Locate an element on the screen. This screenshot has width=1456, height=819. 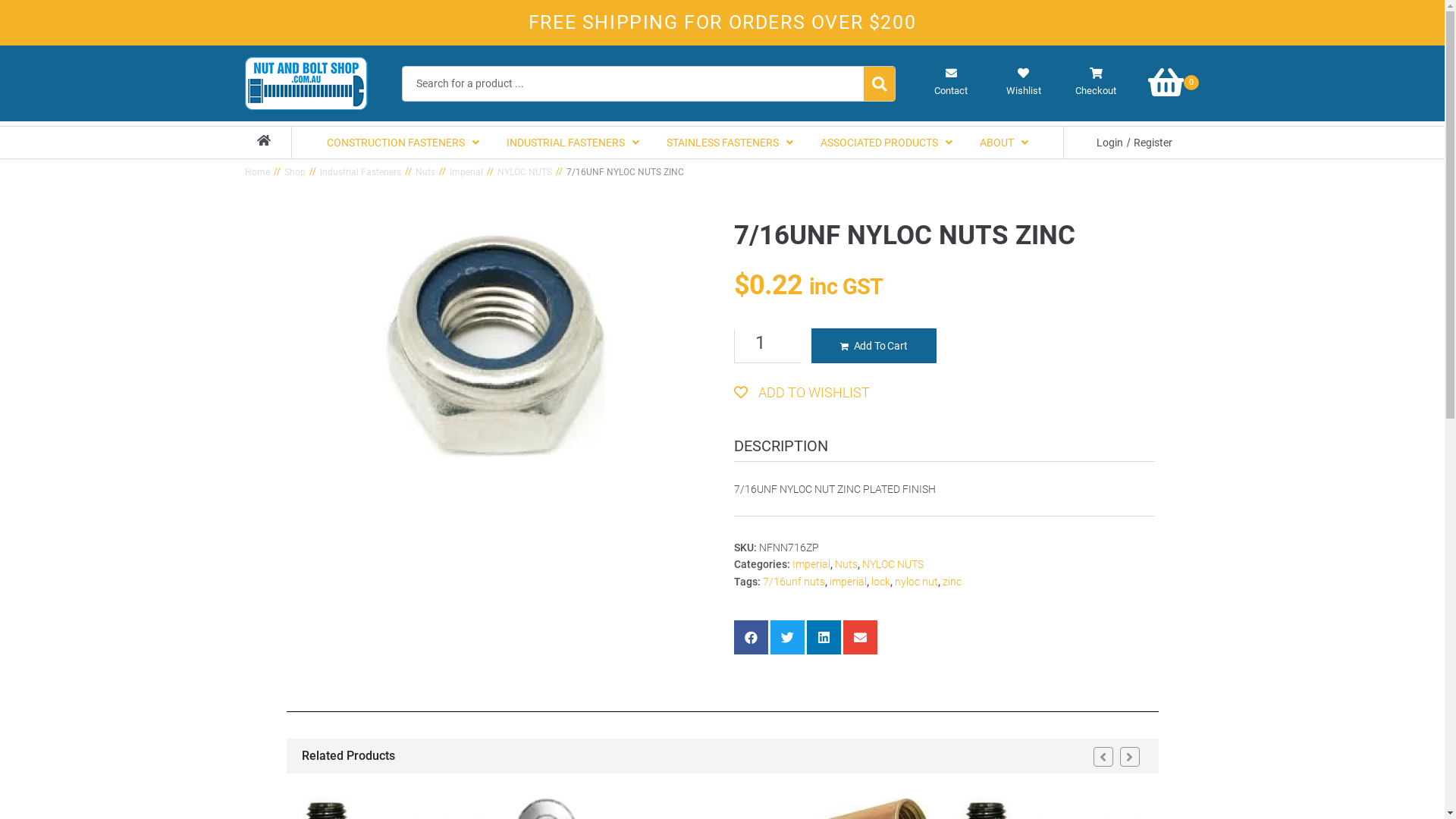
'NYLOC NUTS' is located at coordinates (524, 171).